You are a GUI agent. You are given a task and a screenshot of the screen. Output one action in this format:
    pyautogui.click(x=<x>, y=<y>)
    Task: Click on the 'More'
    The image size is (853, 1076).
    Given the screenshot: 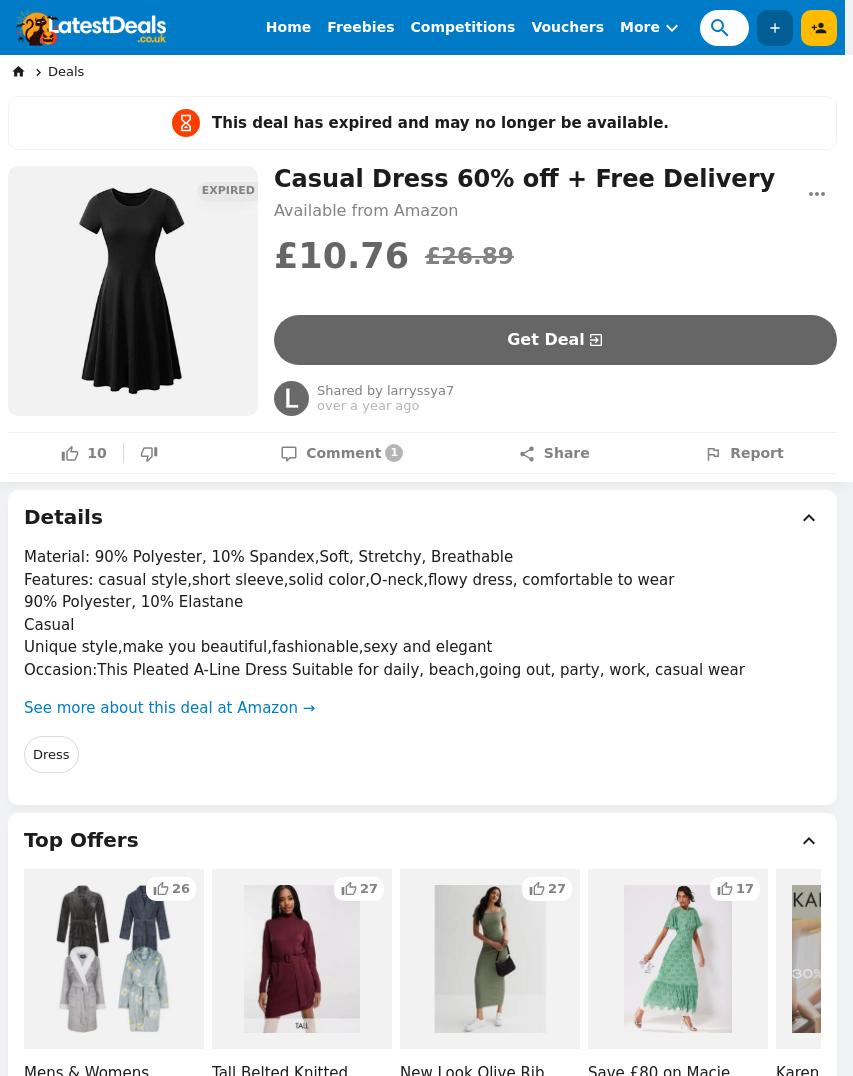 What is the action you would take?
    pyautogui.click(x=640, y=26)
    